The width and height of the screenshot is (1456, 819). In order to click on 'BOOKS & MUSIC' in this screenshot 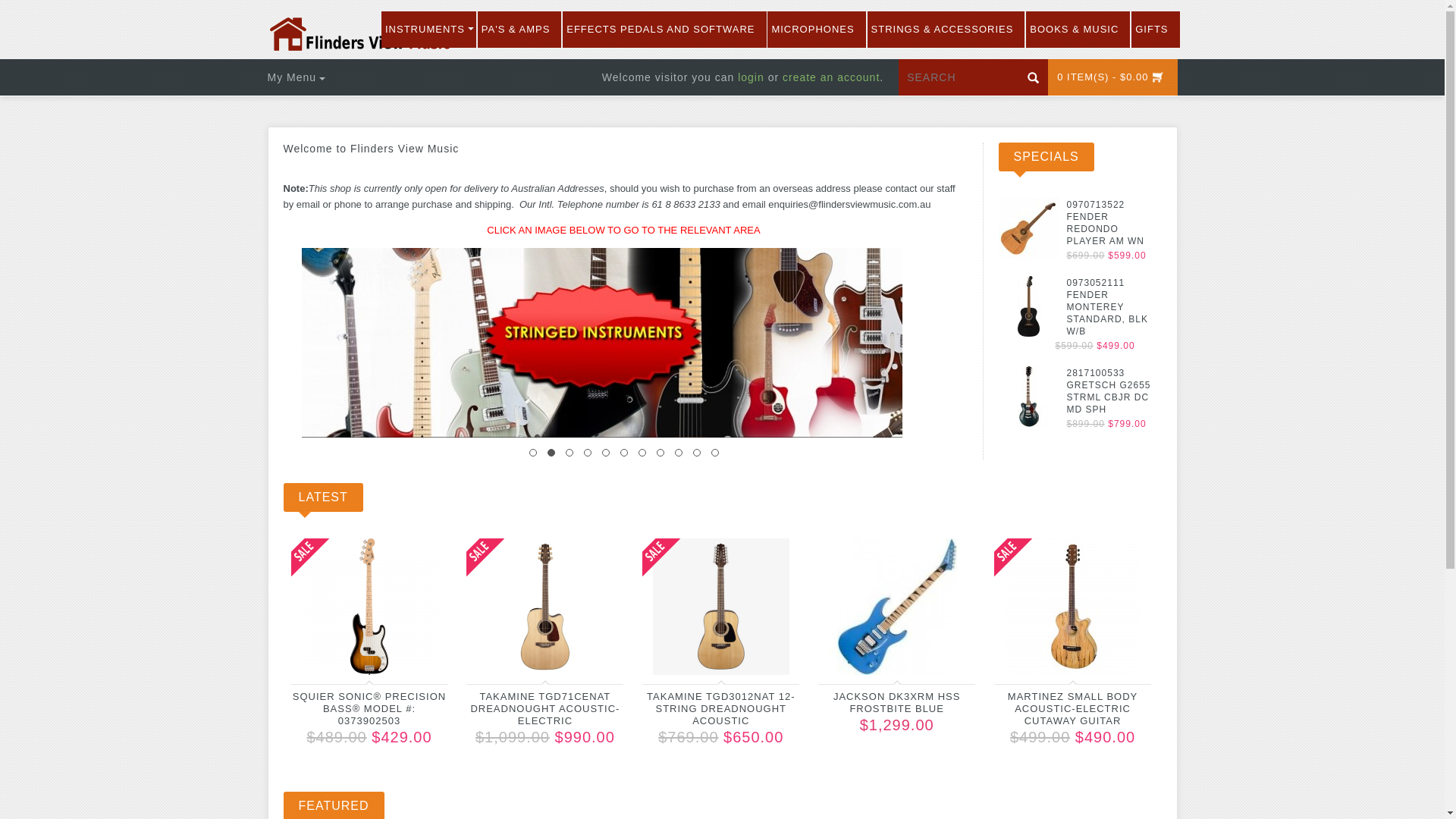, I will do `click(1077, 29)`.